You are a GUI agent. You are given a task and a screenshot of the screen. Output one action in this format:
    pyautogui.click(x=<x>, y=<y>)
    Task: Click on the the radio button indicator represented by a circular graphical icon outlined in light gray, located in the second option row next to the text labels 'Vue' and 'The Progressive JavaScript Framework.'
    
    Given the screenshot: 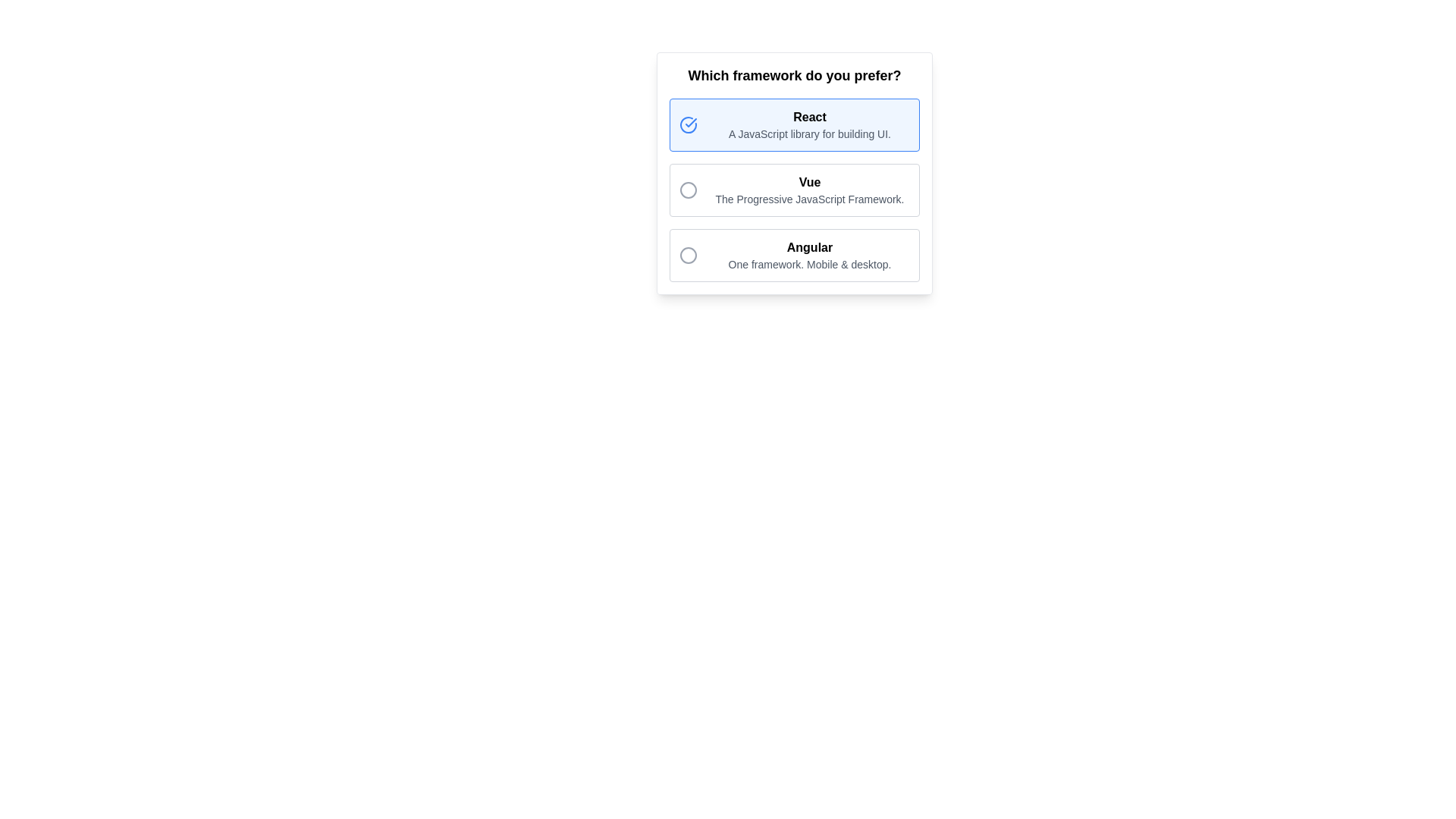 What is the action you would take?
    pyautogui.click(x=687, y=189)
    